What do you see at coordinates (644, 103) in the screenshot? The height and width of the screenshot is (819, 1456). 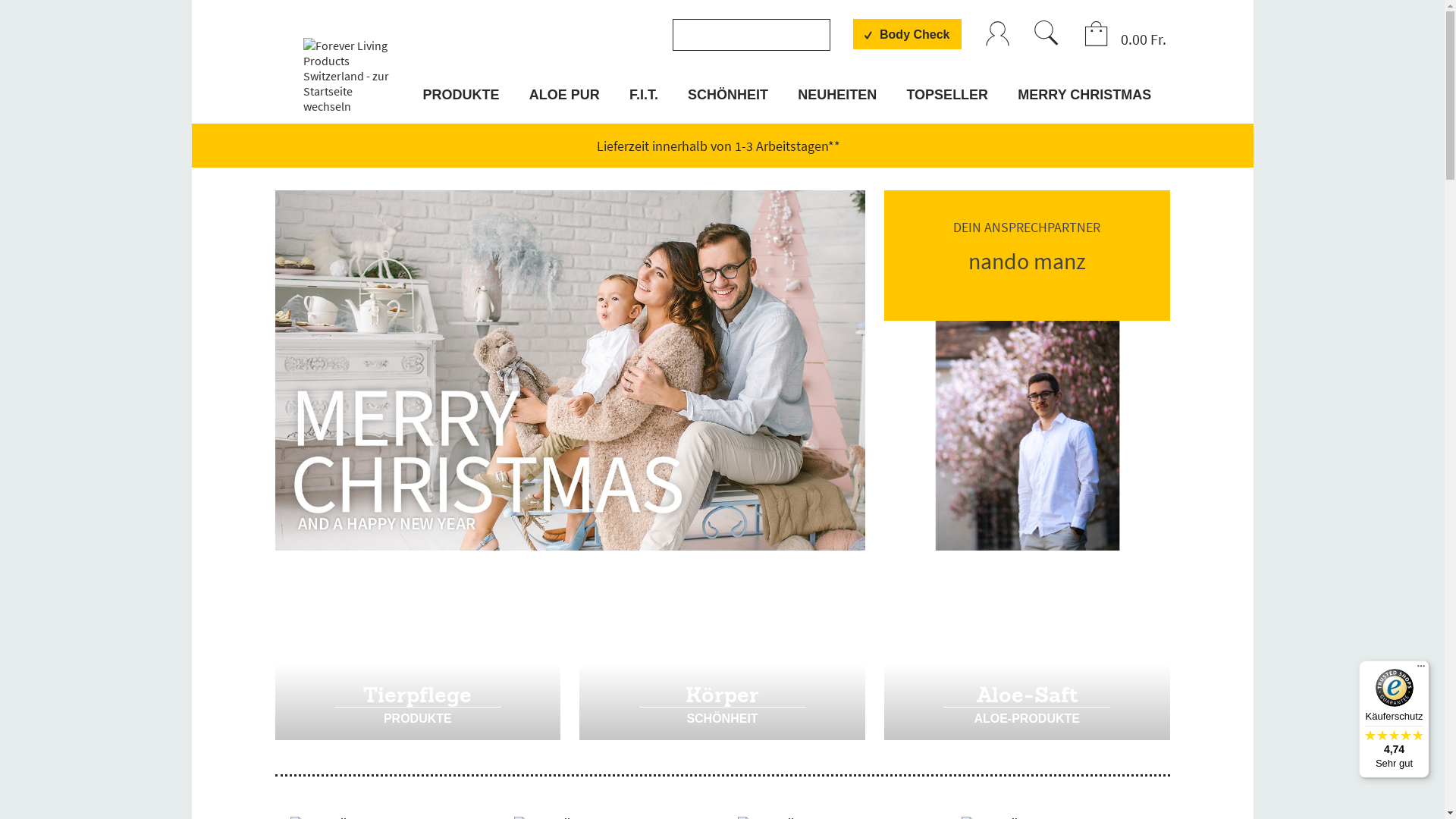 I see `'F.I.T.'` at bounding box center [644, 103].